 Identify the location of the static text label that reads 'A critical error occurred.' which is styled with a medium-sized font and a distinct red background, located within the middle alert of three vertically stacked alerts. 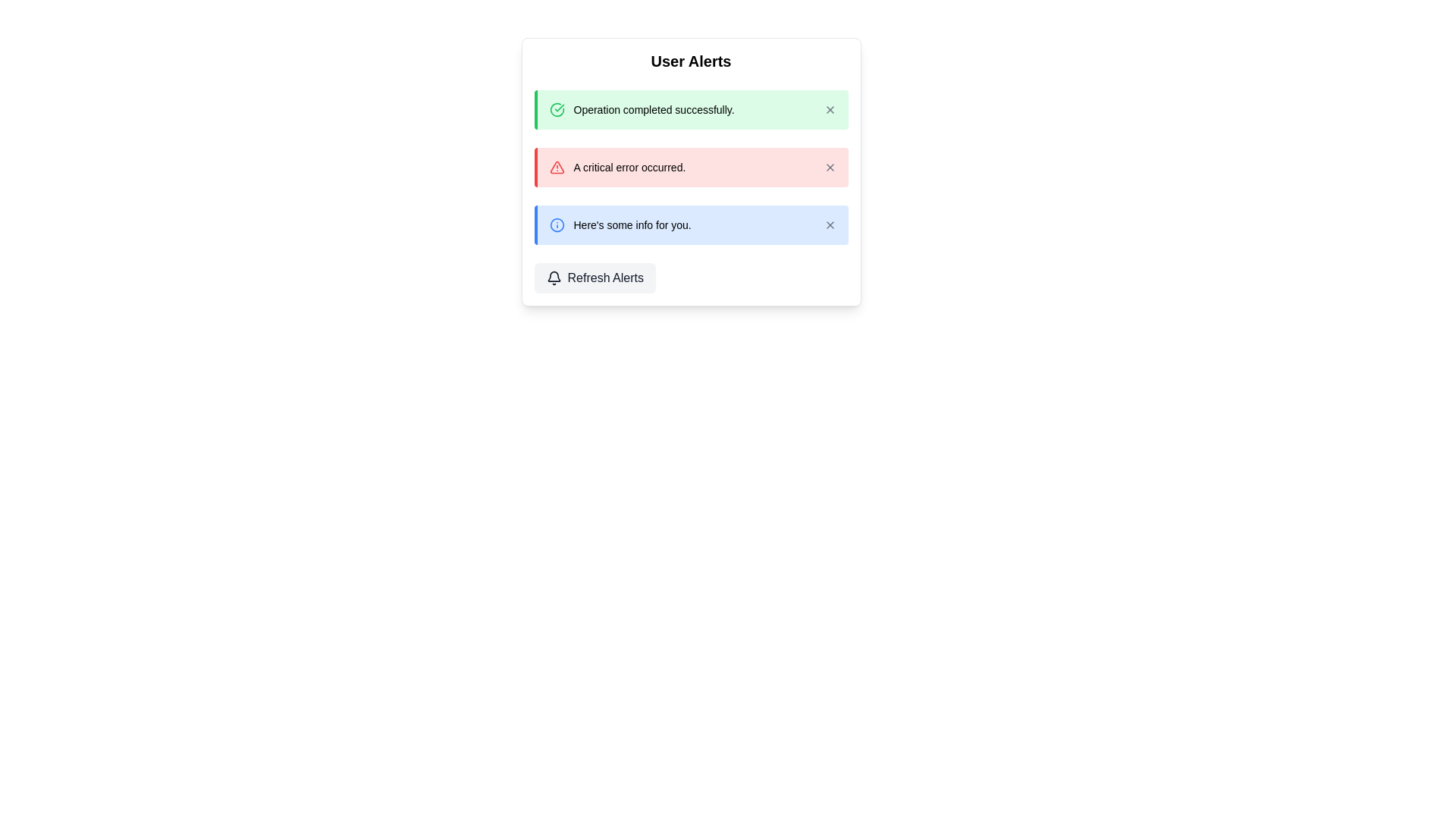
(629, 167).